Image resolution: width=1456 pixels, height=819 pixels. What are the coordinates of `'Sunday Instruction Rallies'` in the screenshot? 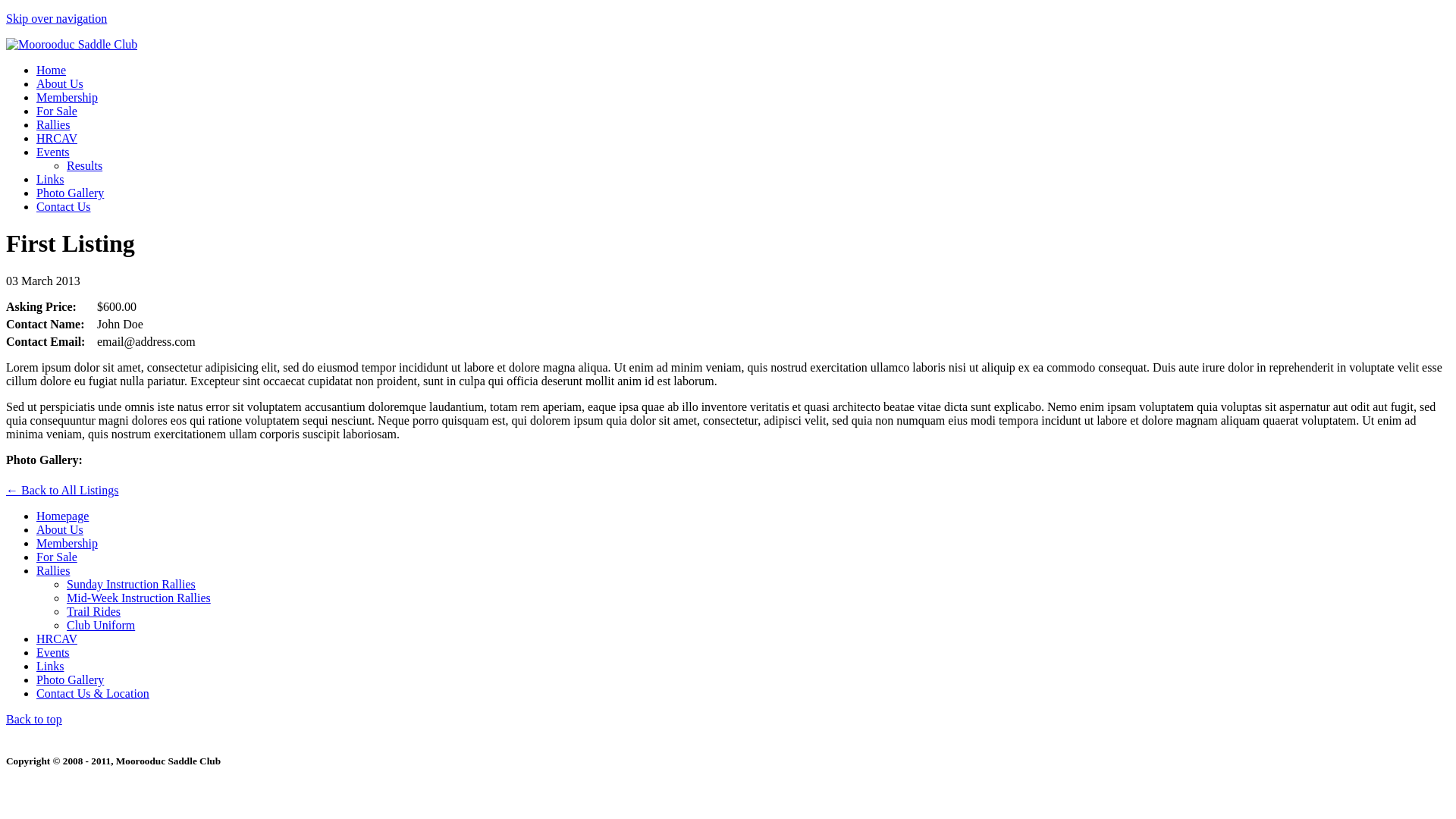 It's located at (130, 583).